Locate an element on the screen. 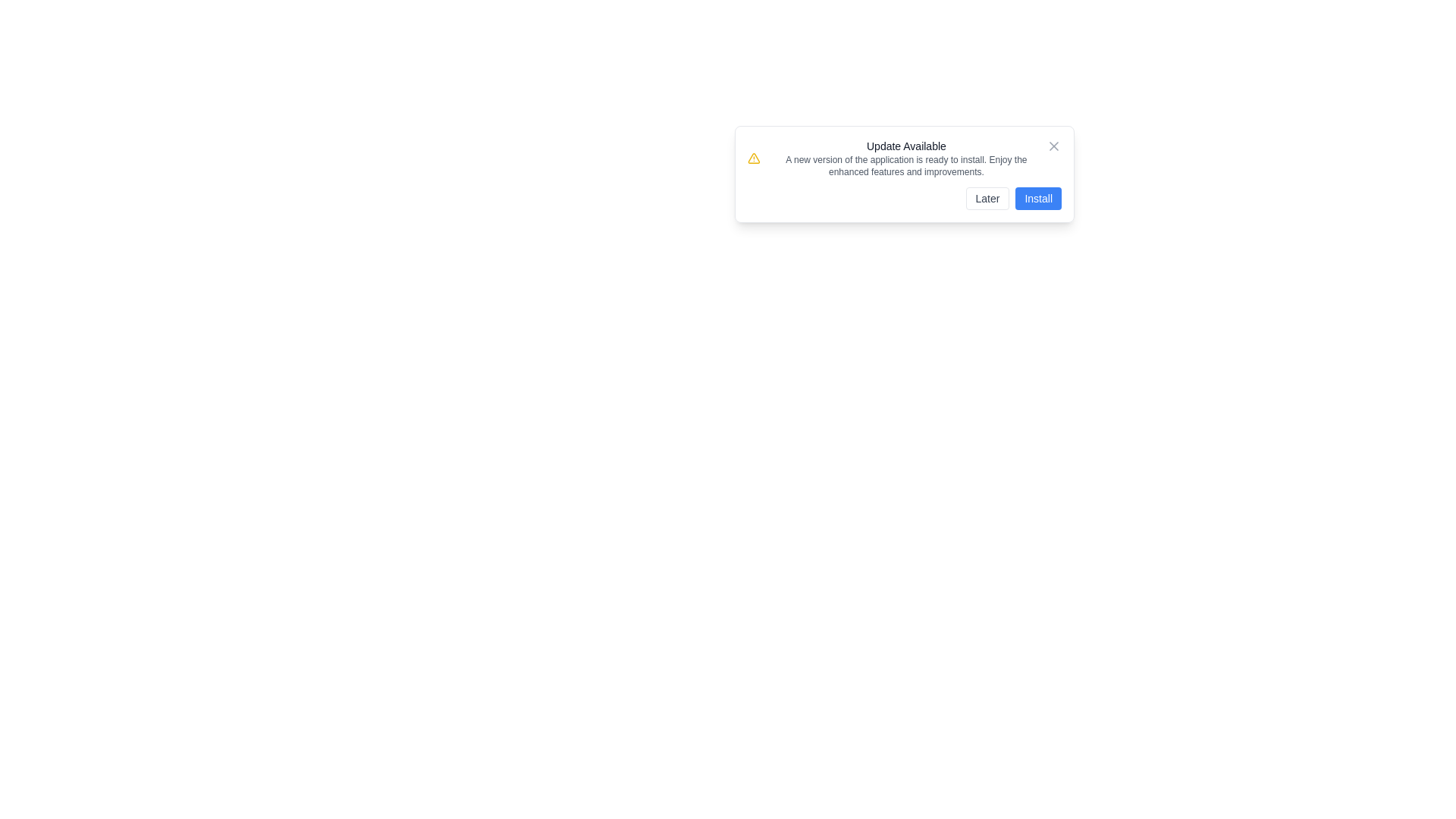 This screenshot has height=819, width=1456. the Close icon represented by an 'X' shape in the top-right corner of the dialog box containing 'Update Available' is located at coordinates (1053, 146).